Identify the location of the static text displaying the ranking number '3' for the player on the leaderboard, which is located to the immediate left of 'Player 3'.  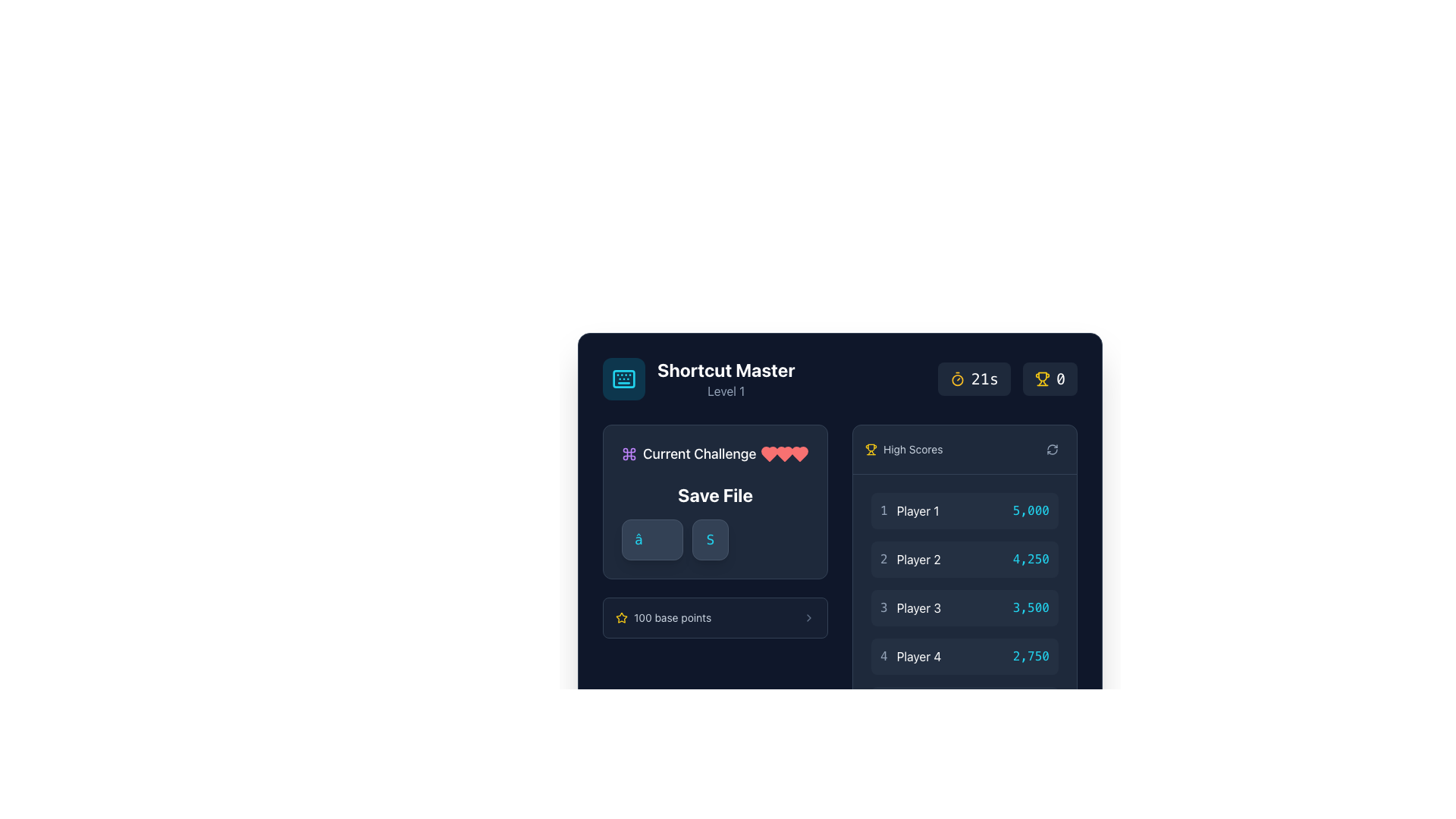
(883, 607).